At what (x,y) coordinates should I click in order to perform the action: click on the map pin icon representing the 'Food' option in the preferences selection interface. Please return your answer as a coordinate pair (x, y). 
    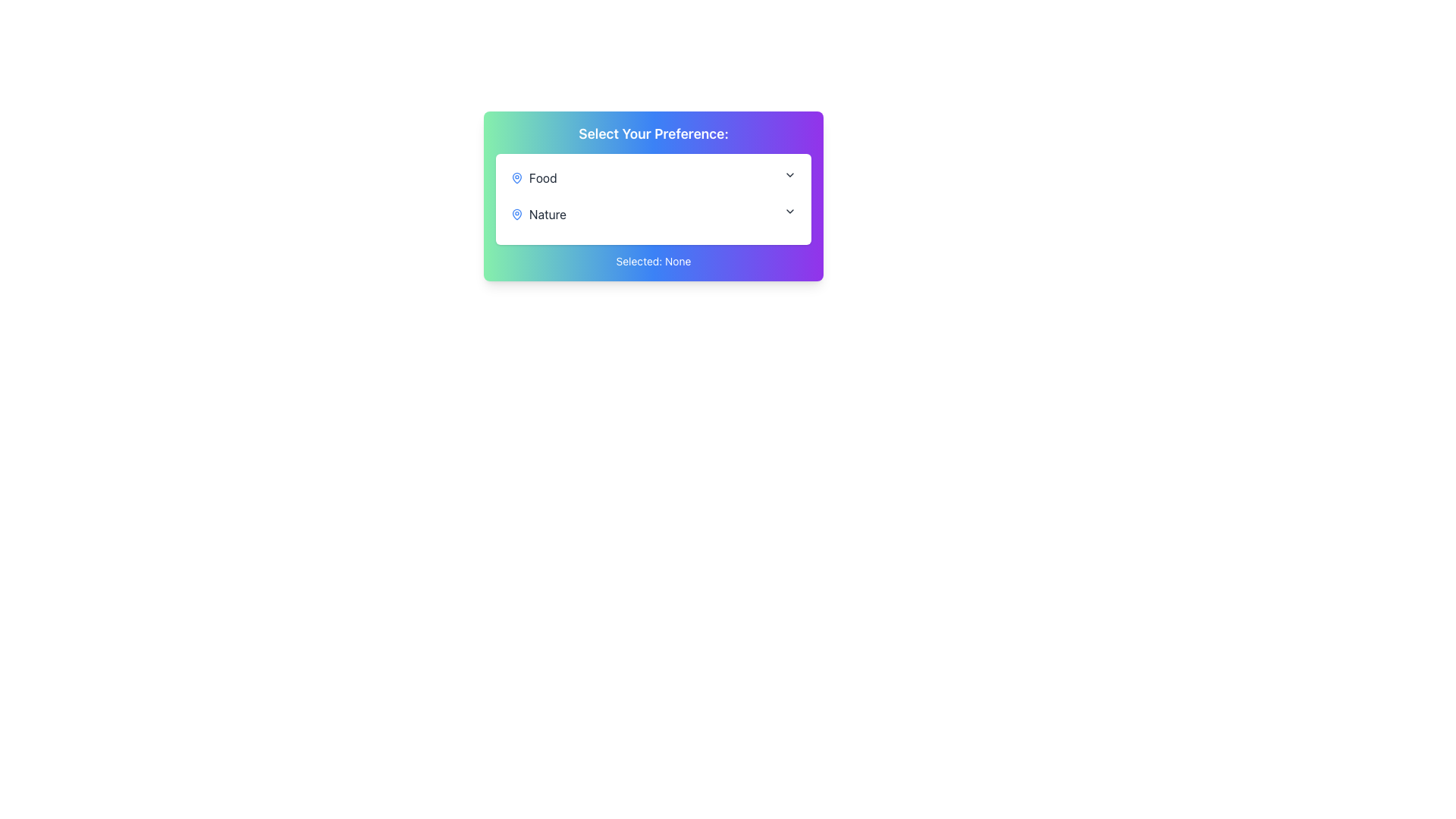
    Looking at the image, I should click on (516, 177).